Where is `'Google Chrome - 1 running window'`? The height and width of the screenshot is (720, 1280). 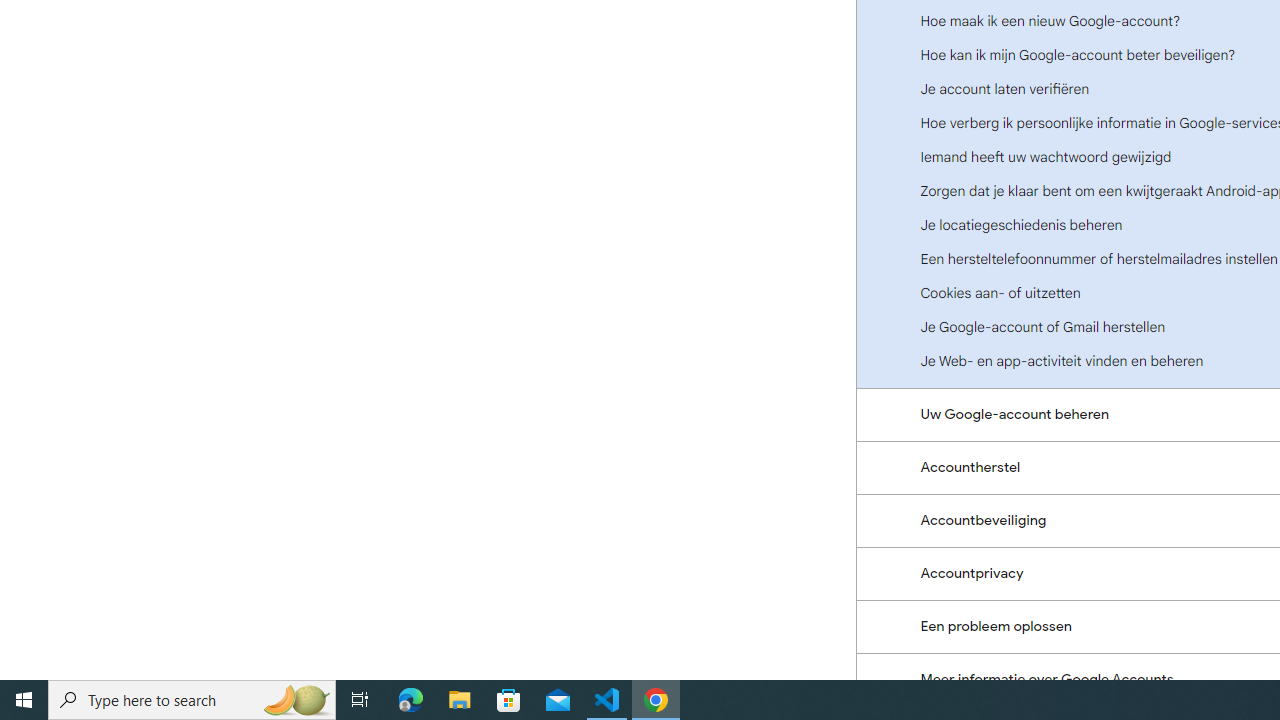
'Google Chrome - 1 running window' is located at coordinates (656, 698).